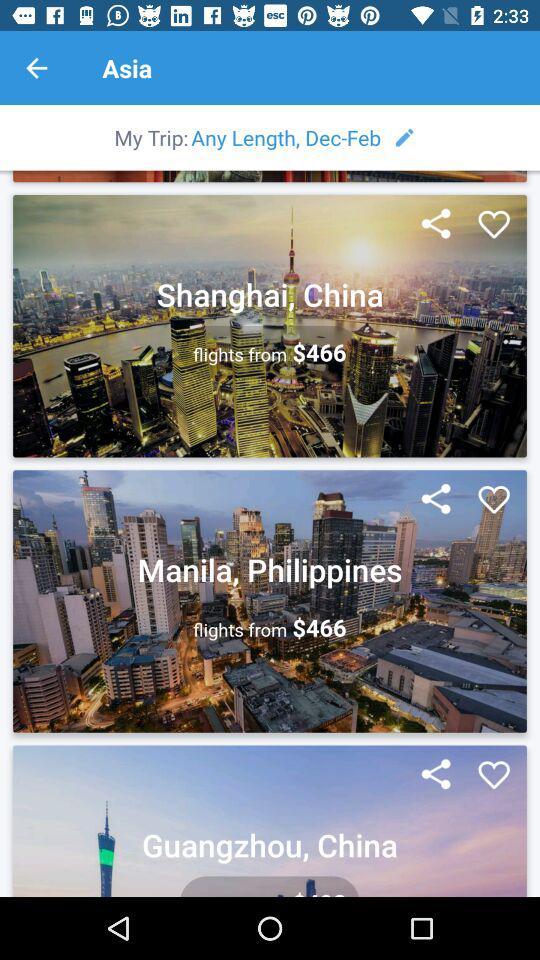 This screenshot has width=540, height=960. Describe the element at coordinates (435, 225) in the screenshot. I see `share option` at that location.